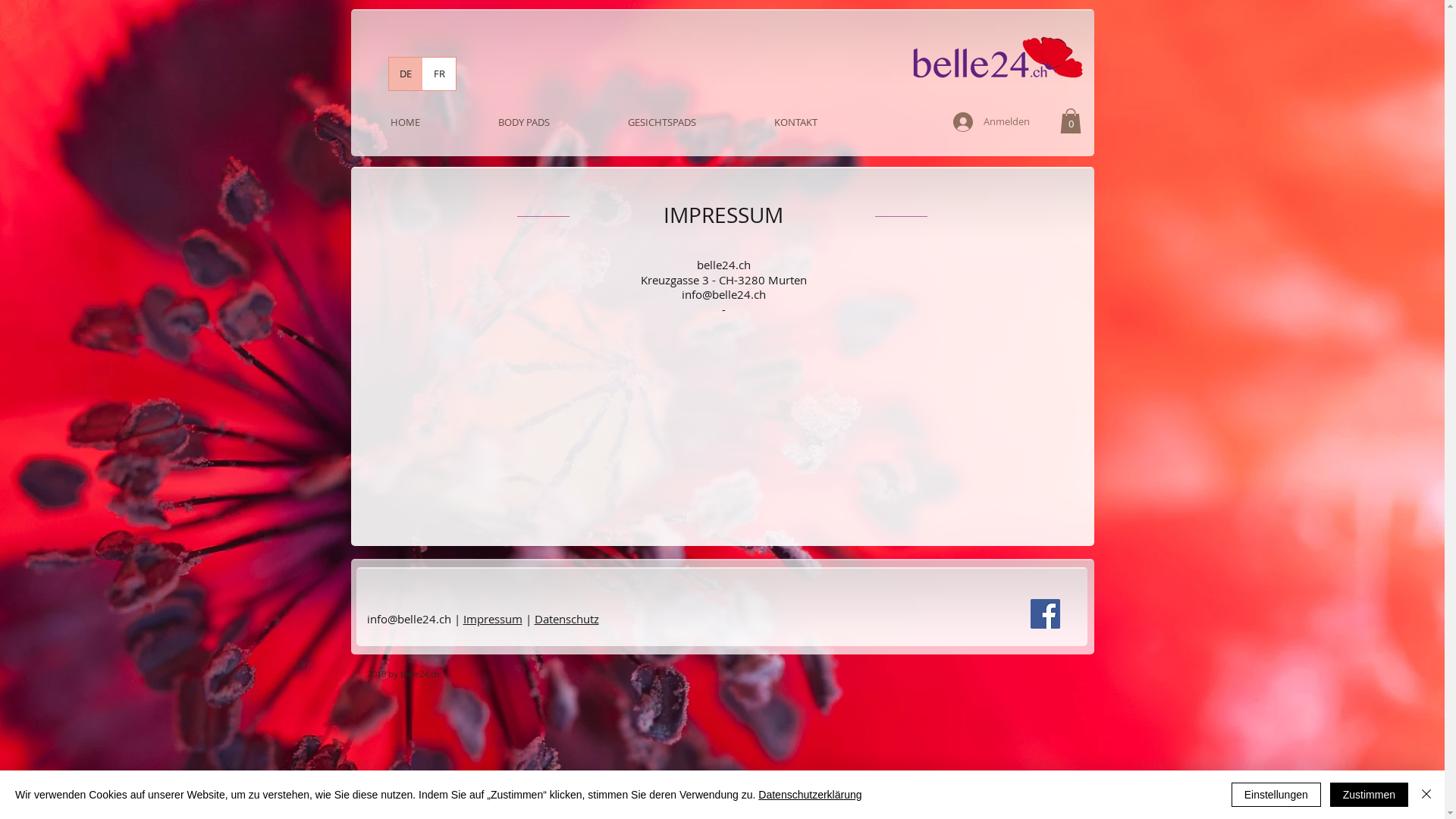  Describe the element at coordinates (524, 121) in the screenshot. I see `'BODY PADS'` at that location.